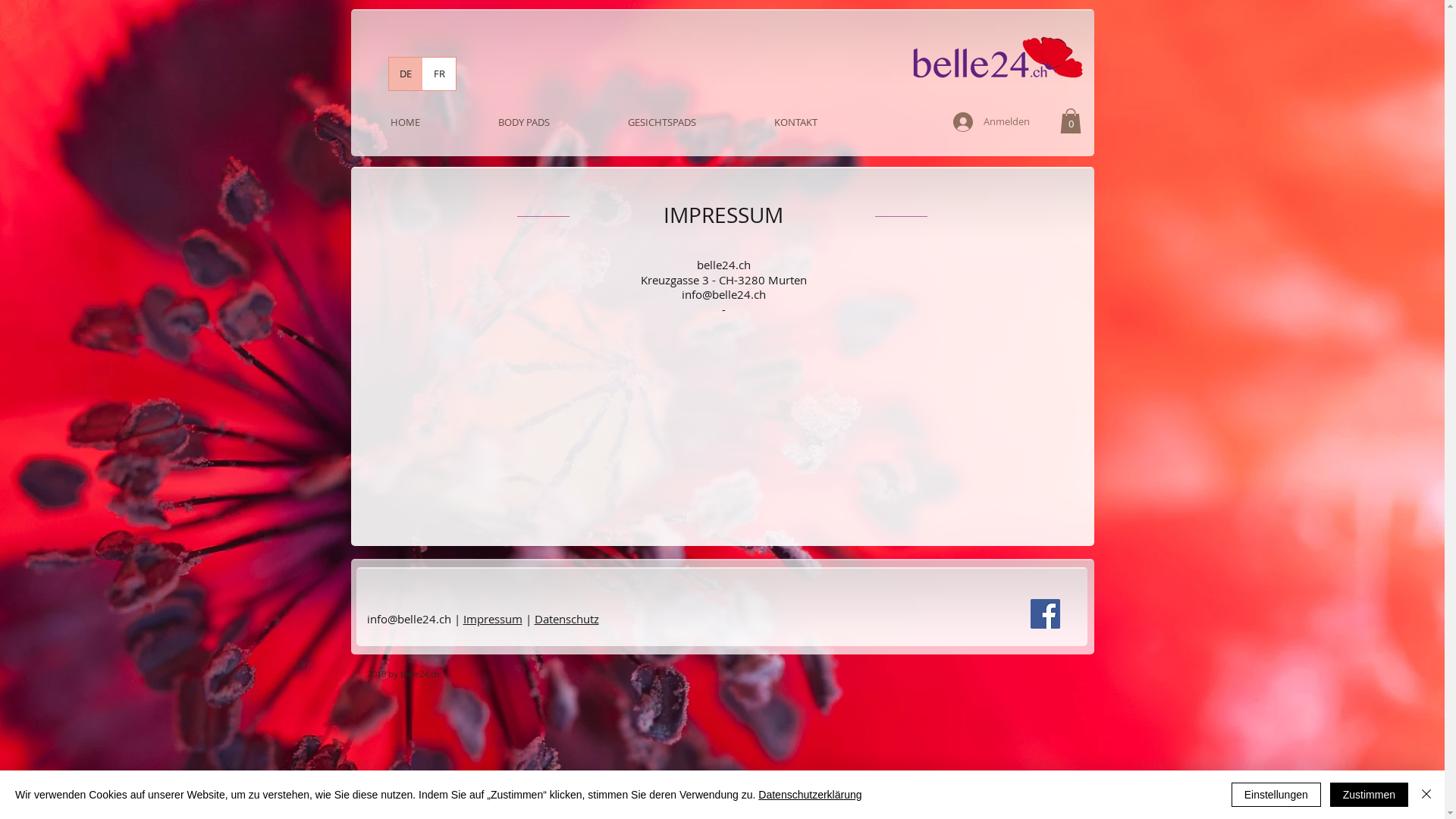  Describe the element at coordinates (524, 121) in the screenshot. I see `'BODY PADS'` at that location.